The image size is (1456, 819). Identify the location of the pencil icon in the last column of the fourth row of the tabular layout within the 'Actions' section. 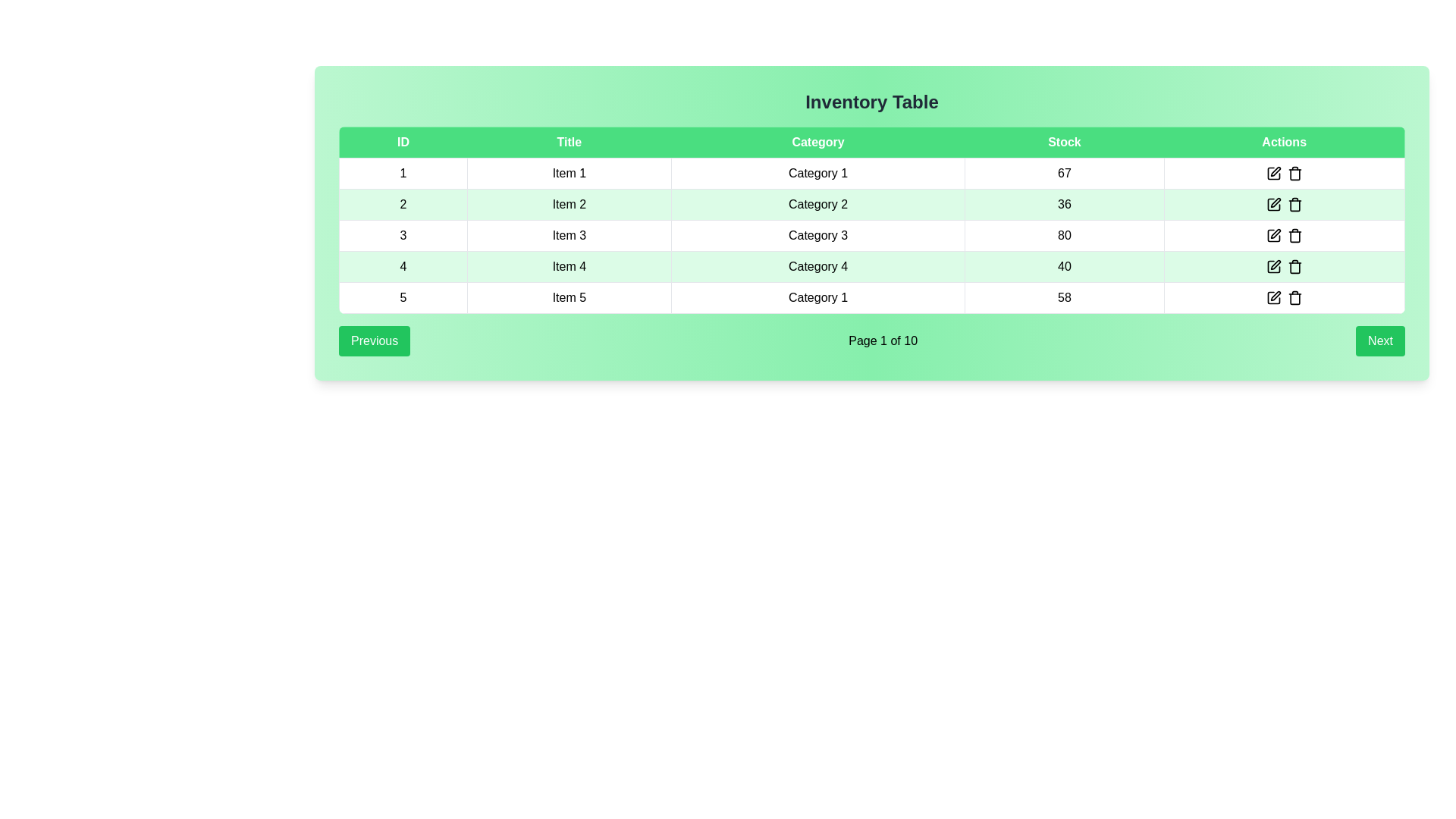
(1284, 236).